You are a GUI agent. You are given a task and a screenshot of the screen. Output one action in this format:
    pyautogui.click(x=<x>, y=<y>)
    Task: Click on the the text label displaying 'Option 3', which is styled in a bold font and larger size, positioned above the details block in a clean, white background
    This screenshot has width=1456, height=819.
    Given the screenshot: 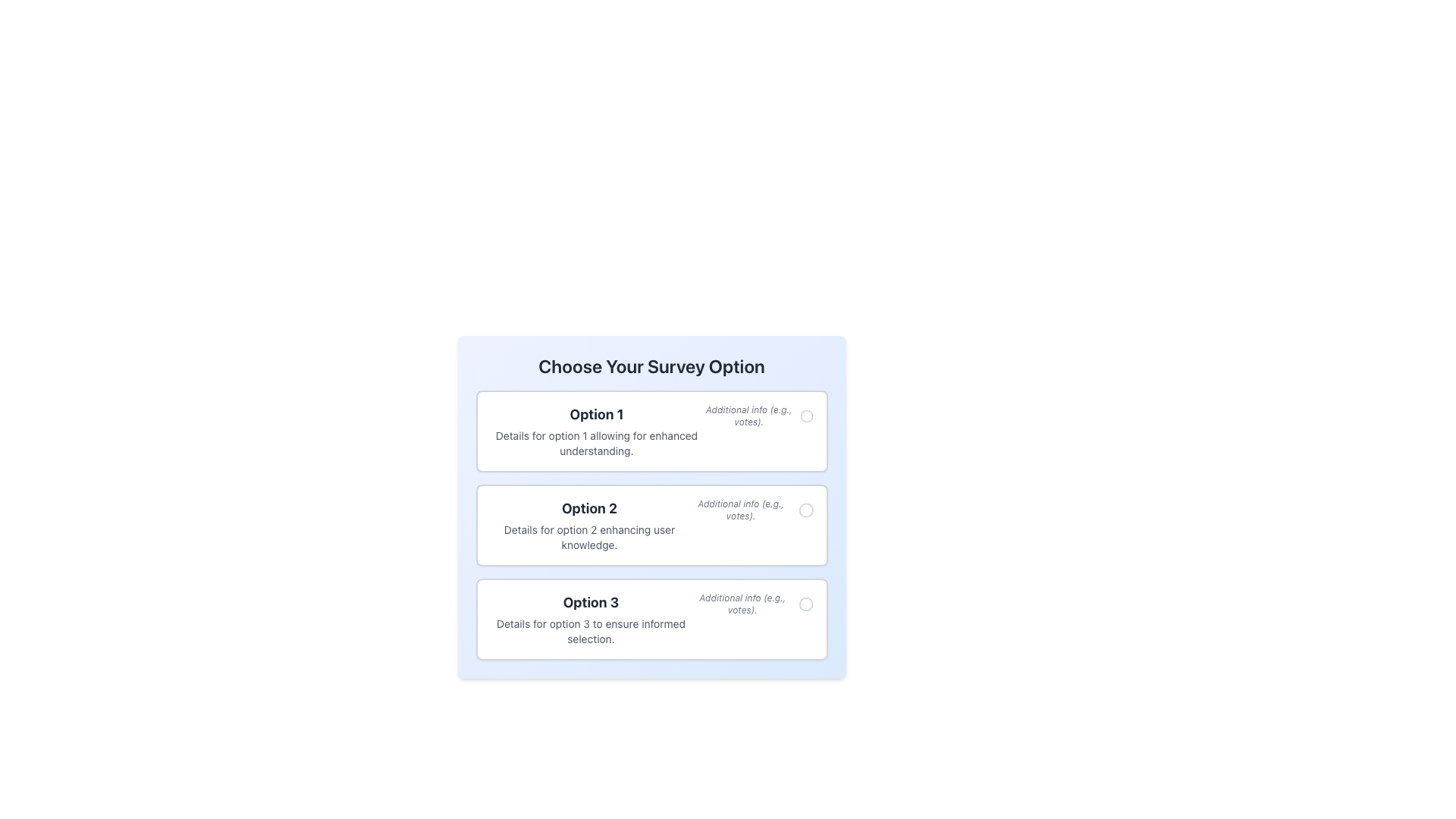 What is the action you would take?
    pyautogui.click(x=590, y=601)
    